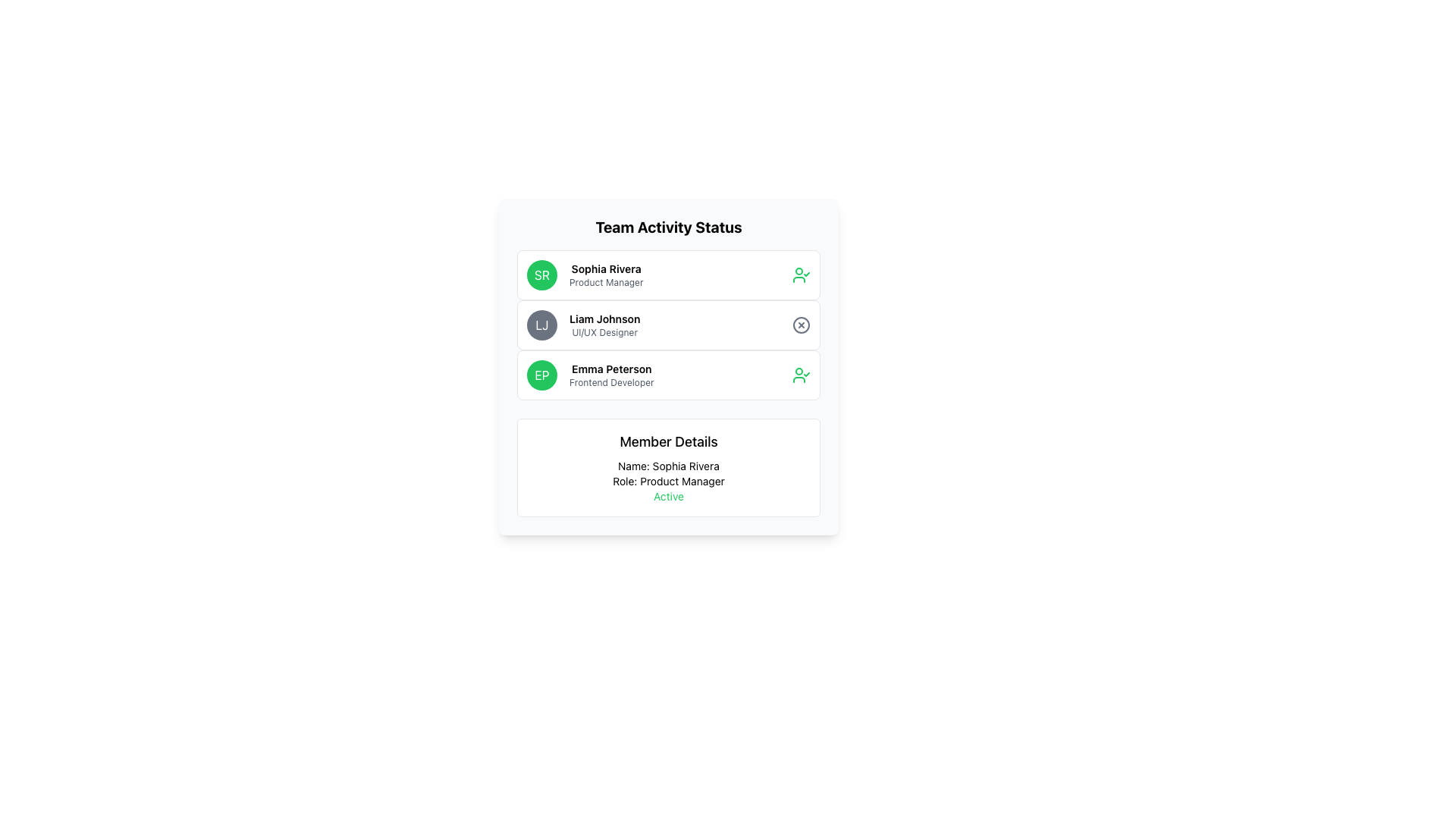 The image size is (1456, 819). Describe the element at coordinates (611, 375) in the screenshot. I see `the Stacked text component displaying the name 'Emma Peterson' and her role as 'Frontend Developer', located in the third section of the 'Team Activity Status' card, right of the green circular icon with initials 'EP'` at that location.